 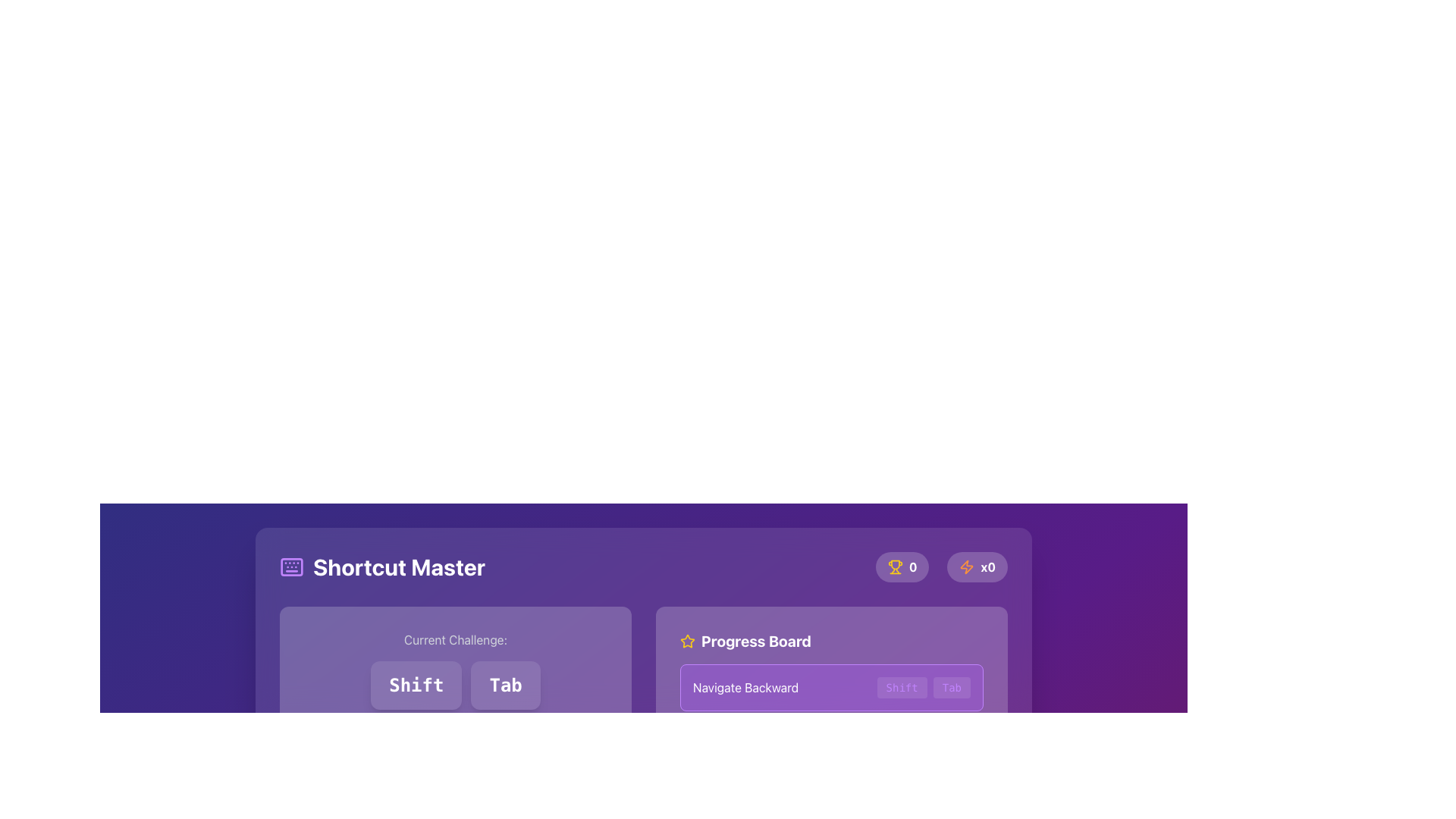 I want to click on the state or the related number next to the energy icon located at the top right of the interface, adjacent to the circular counter labeled 'x0', so click(x=966, y=567).